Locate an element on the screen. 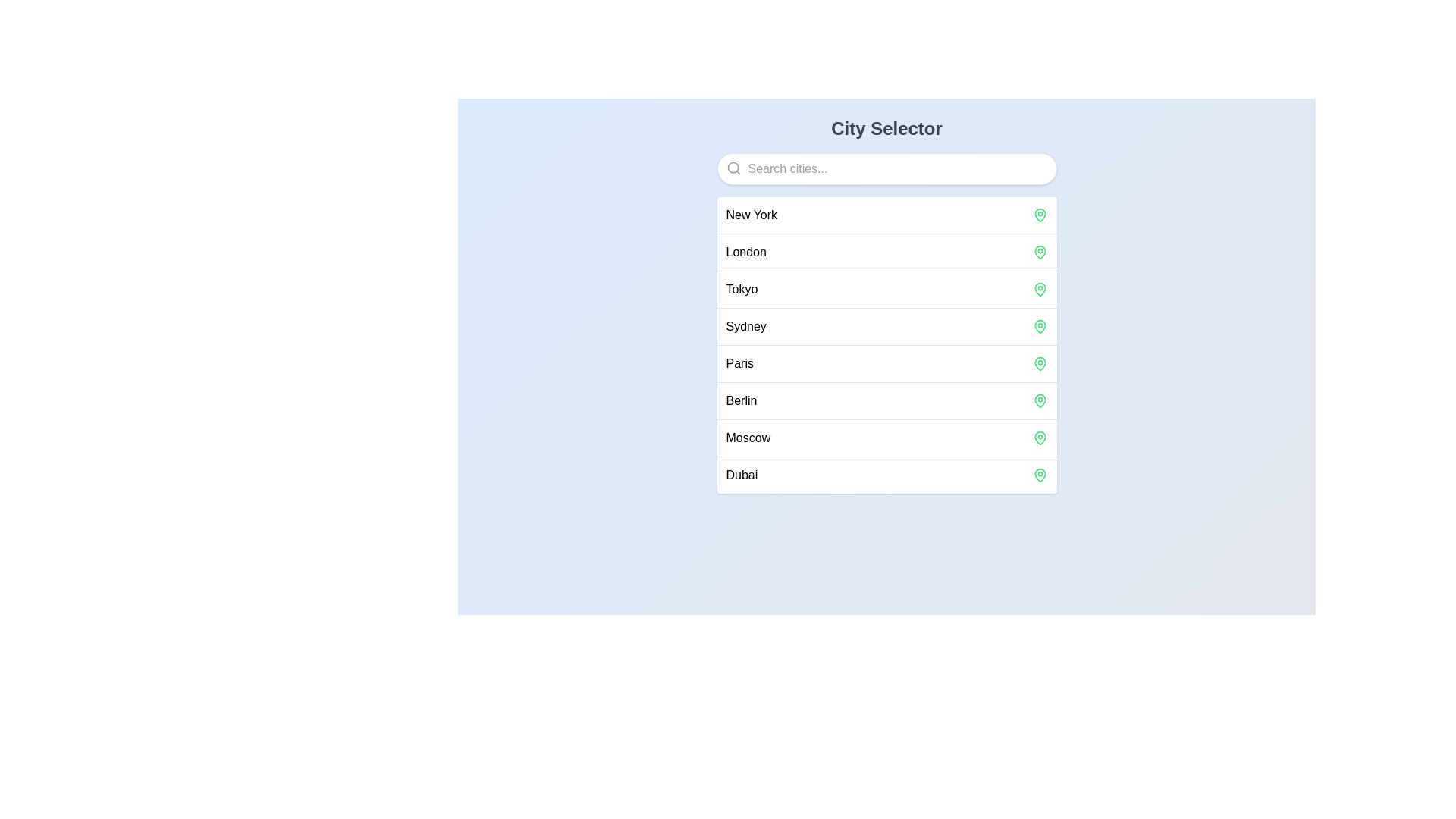 This screenshot has width=1456, height=819. the 'Tokyo' text label in the third position of the city list is located at coordinates (742, 289).